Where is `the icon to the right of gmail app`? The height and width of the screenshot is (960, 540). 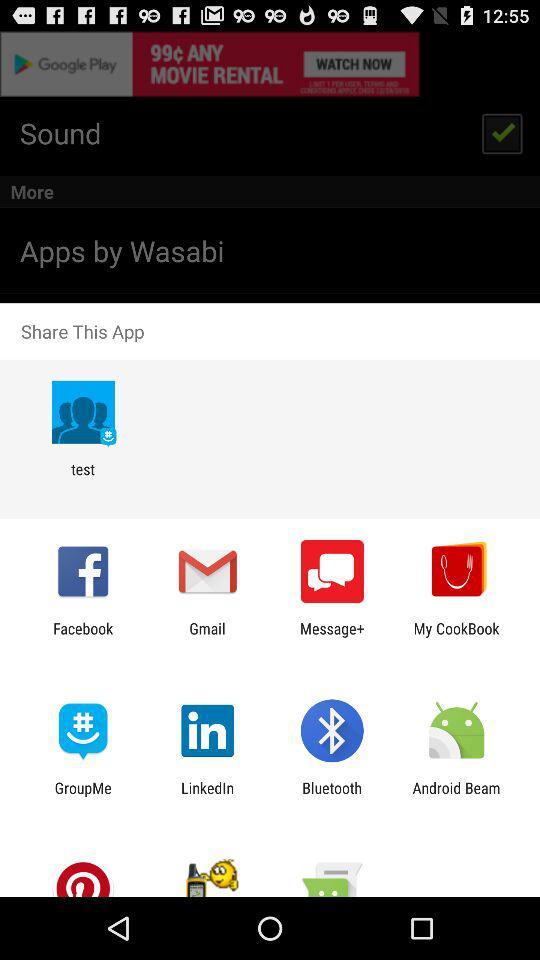 the icon to the right of gmail app is located at coordinates (332, 636).